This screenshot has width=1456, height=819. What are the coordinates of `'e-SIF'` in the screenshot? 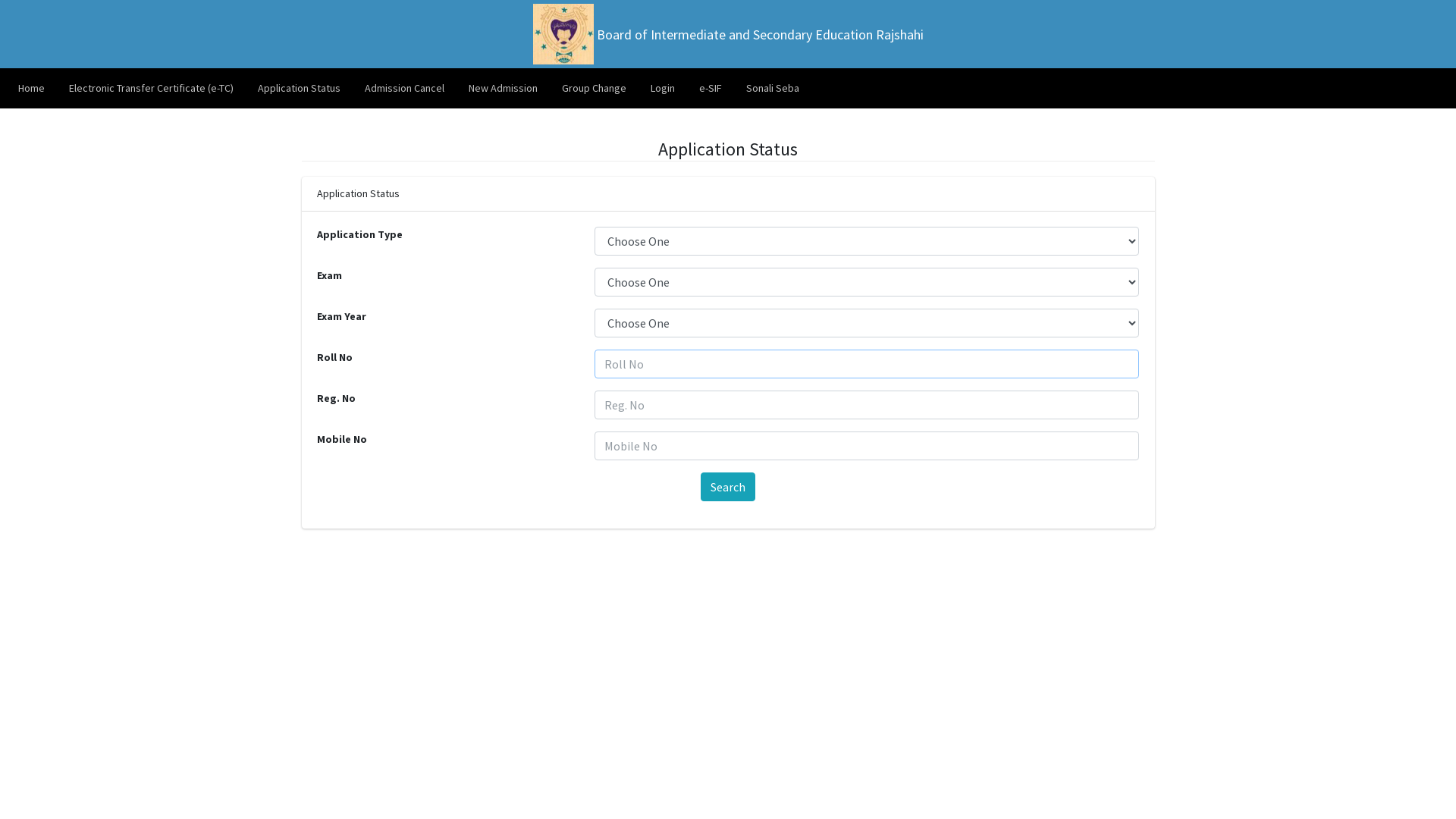 It's located at (709, 88).